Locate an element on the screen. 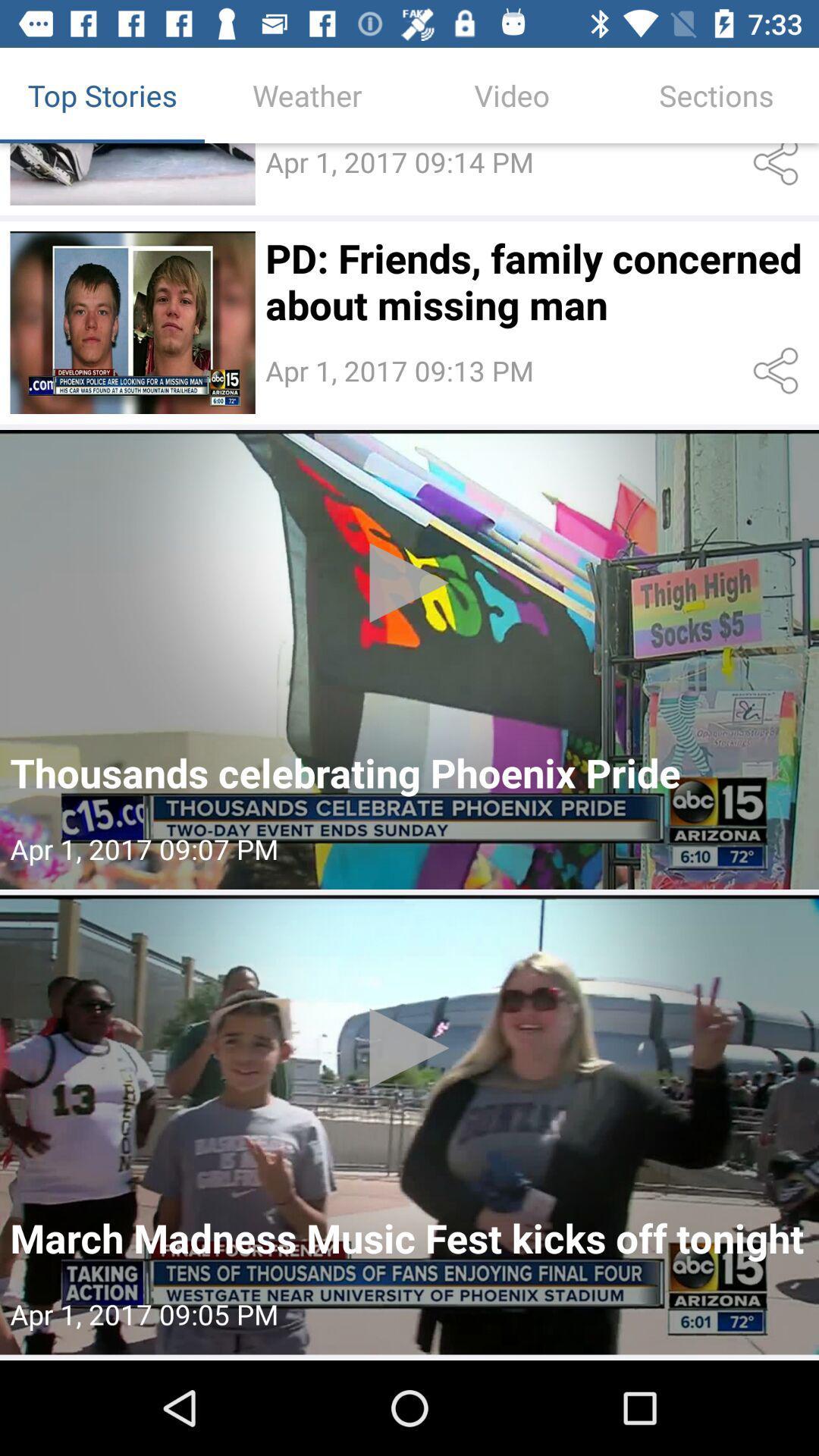 The image size is (819, 1456). be redirected to an article about a man missing is located at coordinates (132, 322).